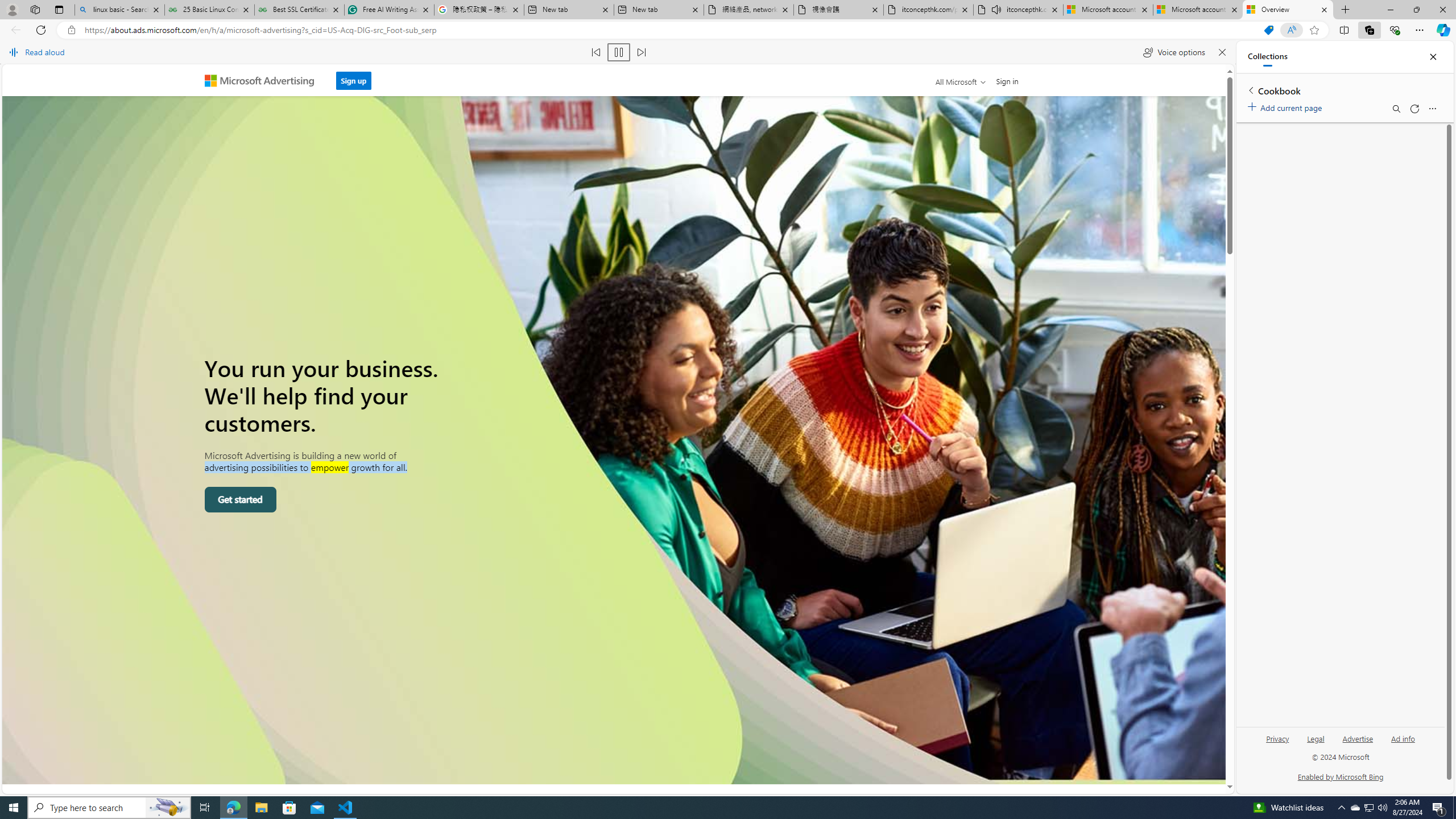 This screenshot has height=819, width=1456. What do you see at coordinates (928, 9) in the screenshot?
I see `'itconcepthk.com/projector_solutions.mp4'` at bounding box center [928, 9].